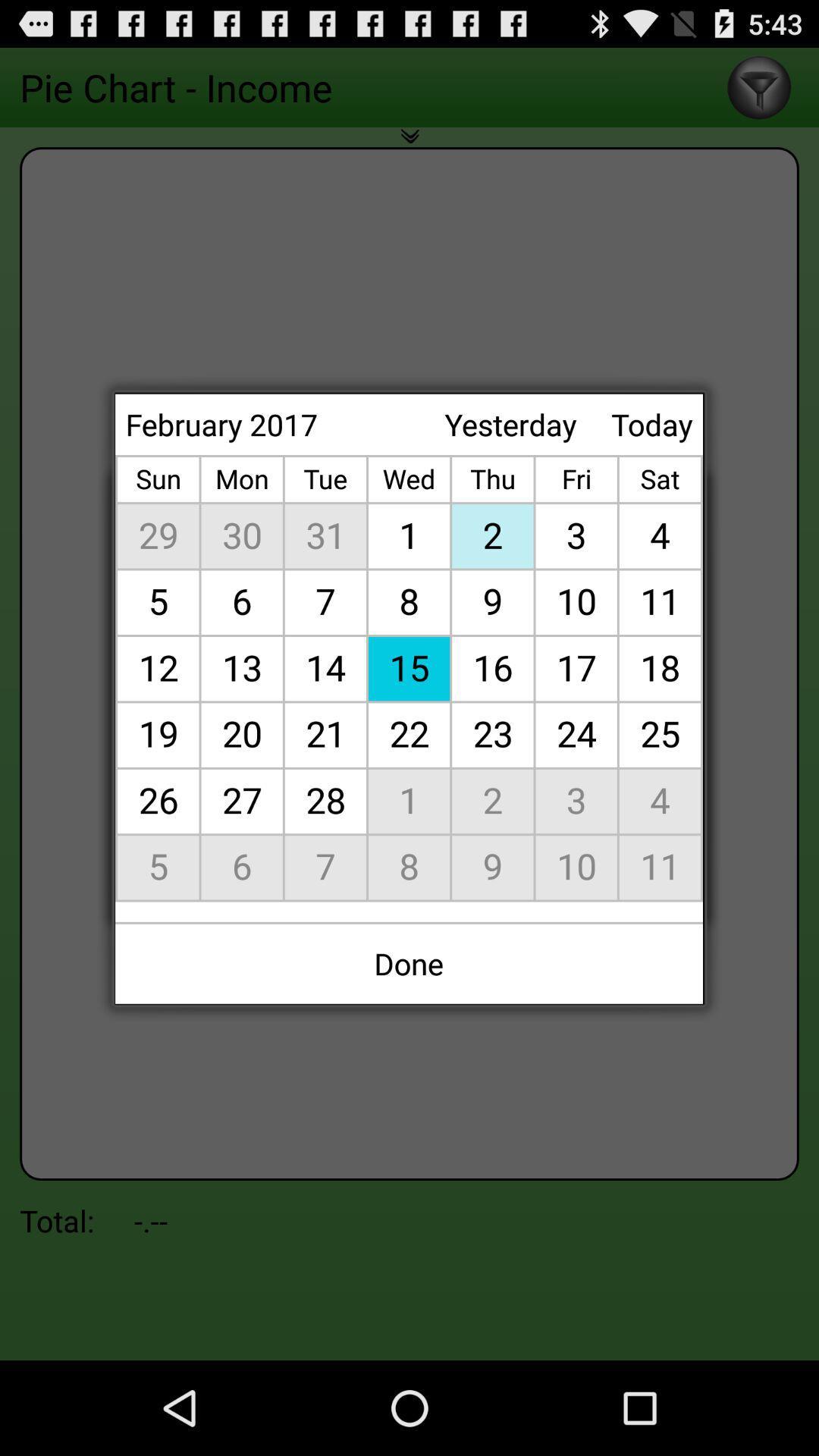 The height and width of the screenshot is (1456, 819). Describe the element at coordinates (651, 424) in the screenshot. I see `the icon to the right of yesterday app` at that location.